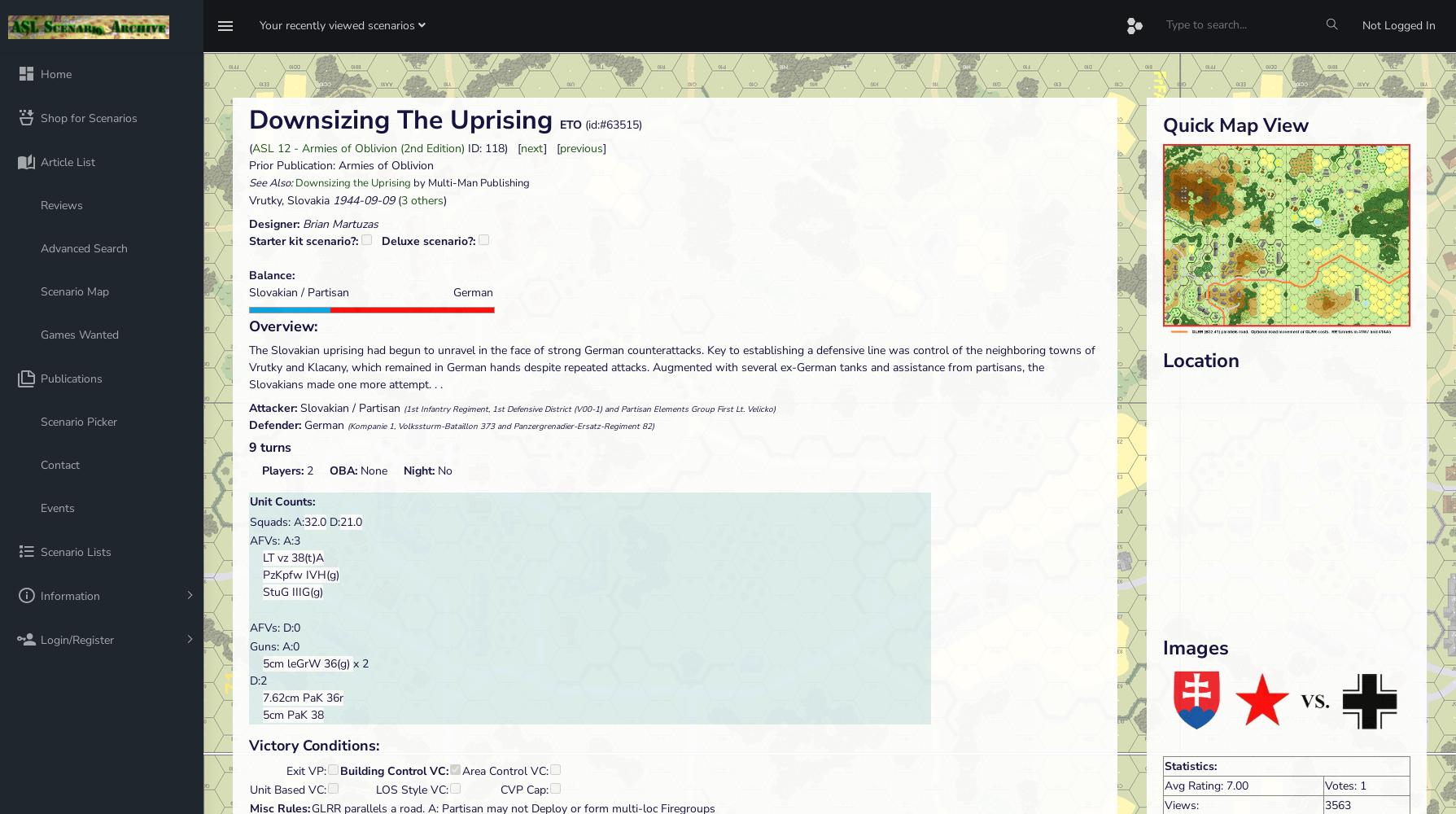 This screenshot has width=1456, height=814. What do you see at coordinates (273, 408) in the screenshot?
I see `'Attacker:'` at bounding box center [273, 408].